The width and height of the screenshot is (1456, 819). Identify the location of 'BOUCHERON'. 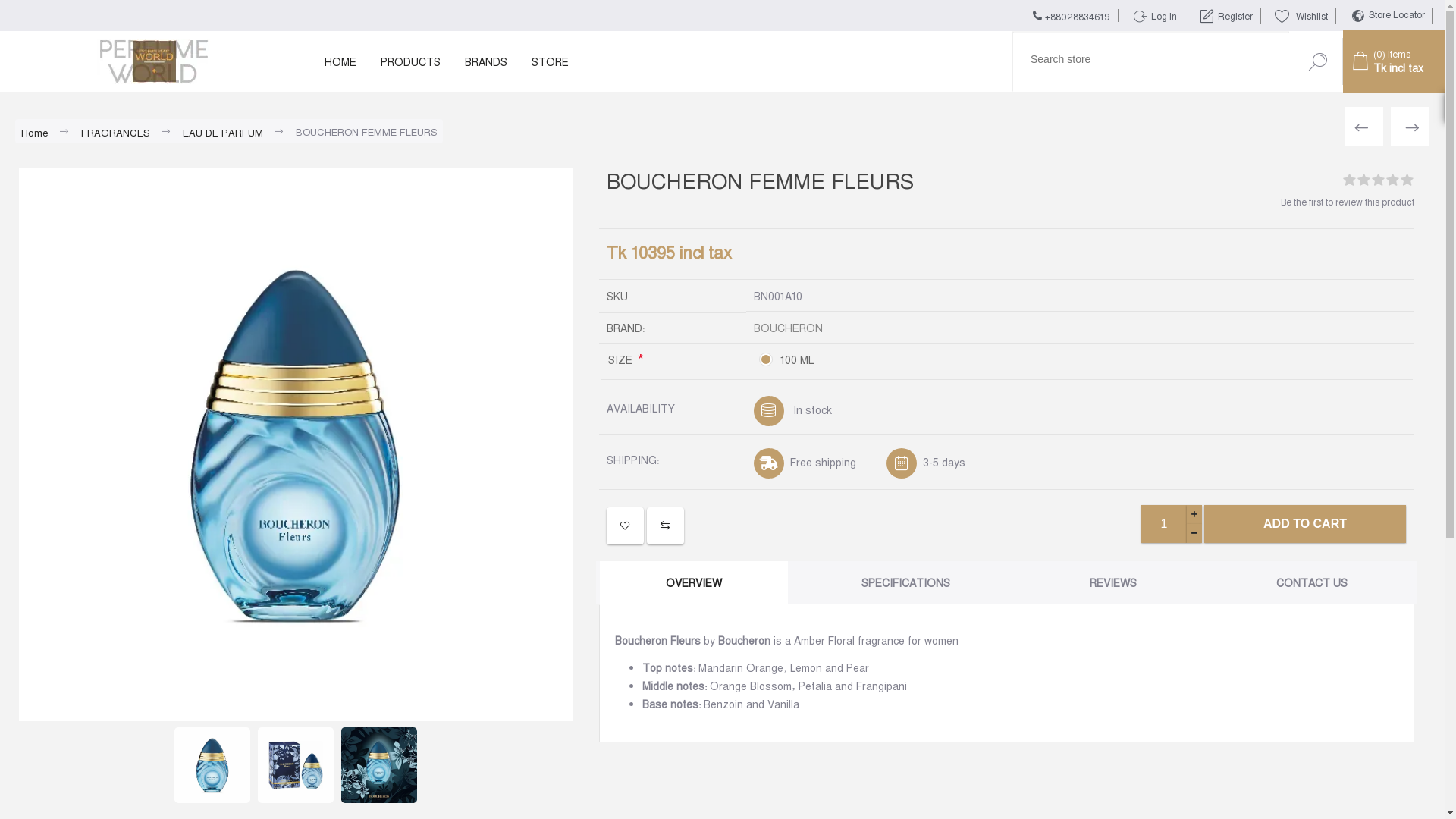
(753, 327).